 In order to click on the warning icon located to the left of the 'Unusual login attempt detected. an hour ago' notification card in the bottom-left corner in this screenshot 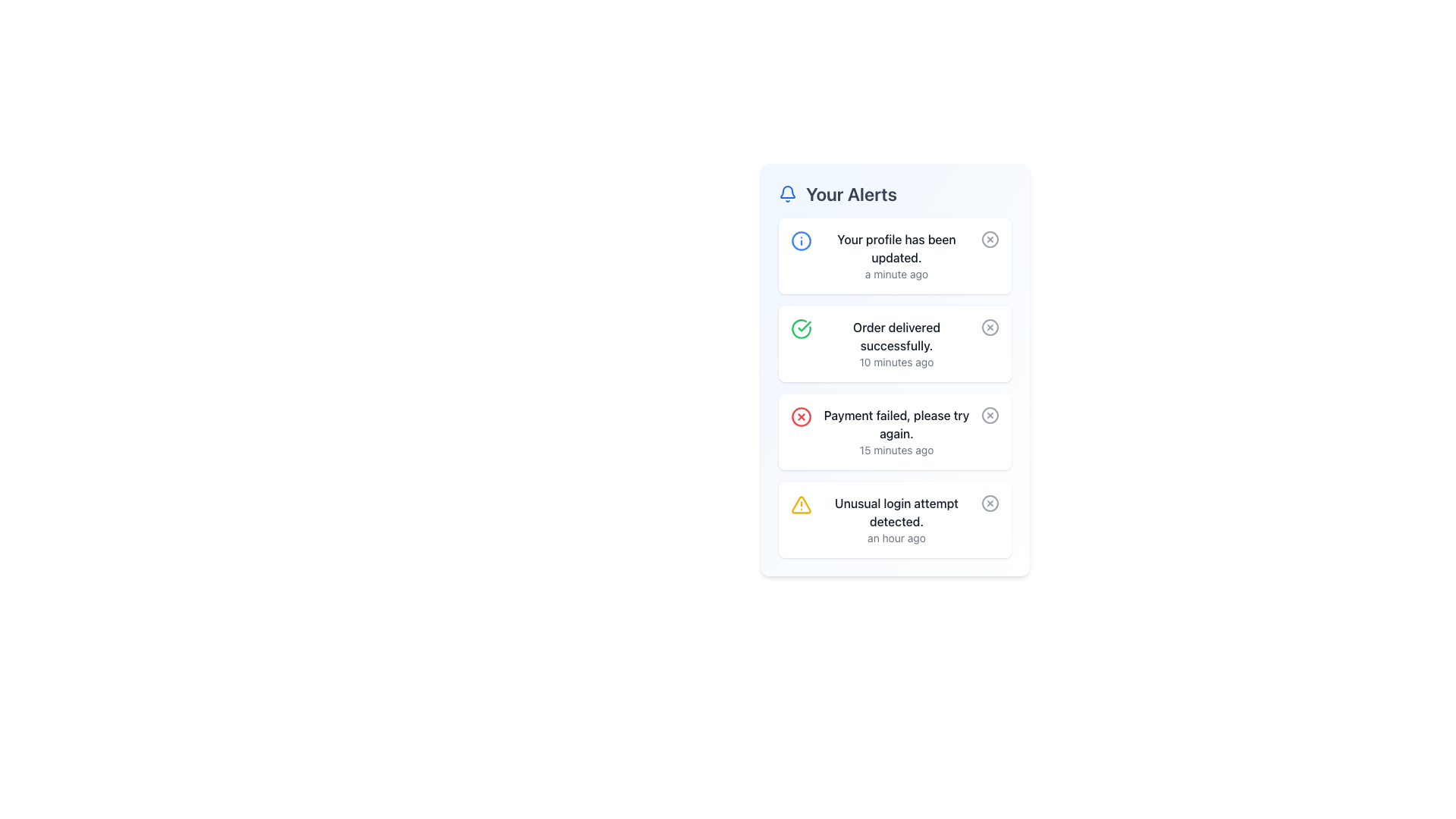, I will do `click(800, 505)`.